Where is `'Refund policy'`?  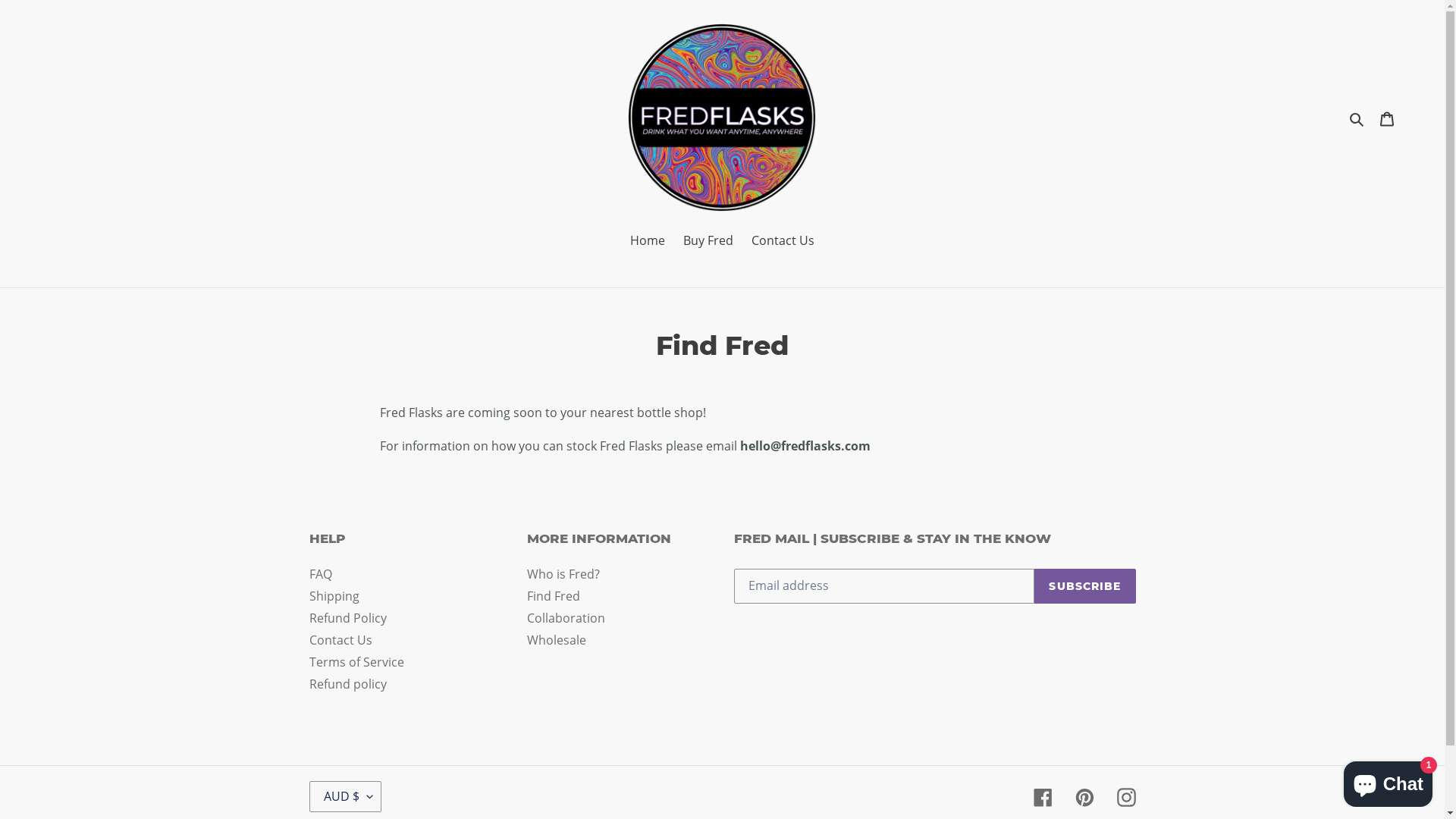 'Refund policy' is located at coordinates (347, 684).